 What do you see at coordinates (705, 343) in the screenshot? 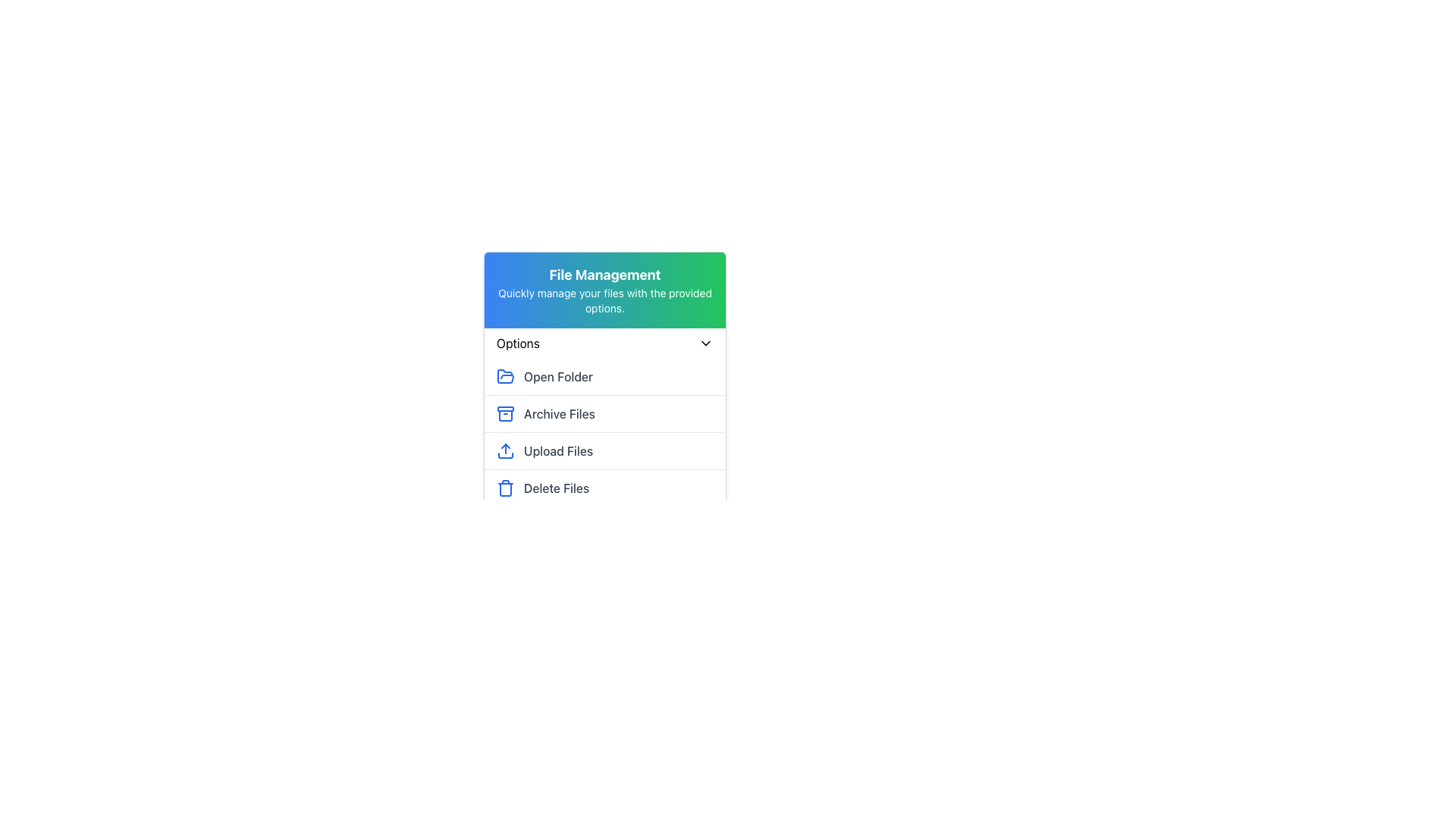
I see `the downward-pointing arrow icon in the top-right corner of the 'Options' button` at bounding box center [705, 343].